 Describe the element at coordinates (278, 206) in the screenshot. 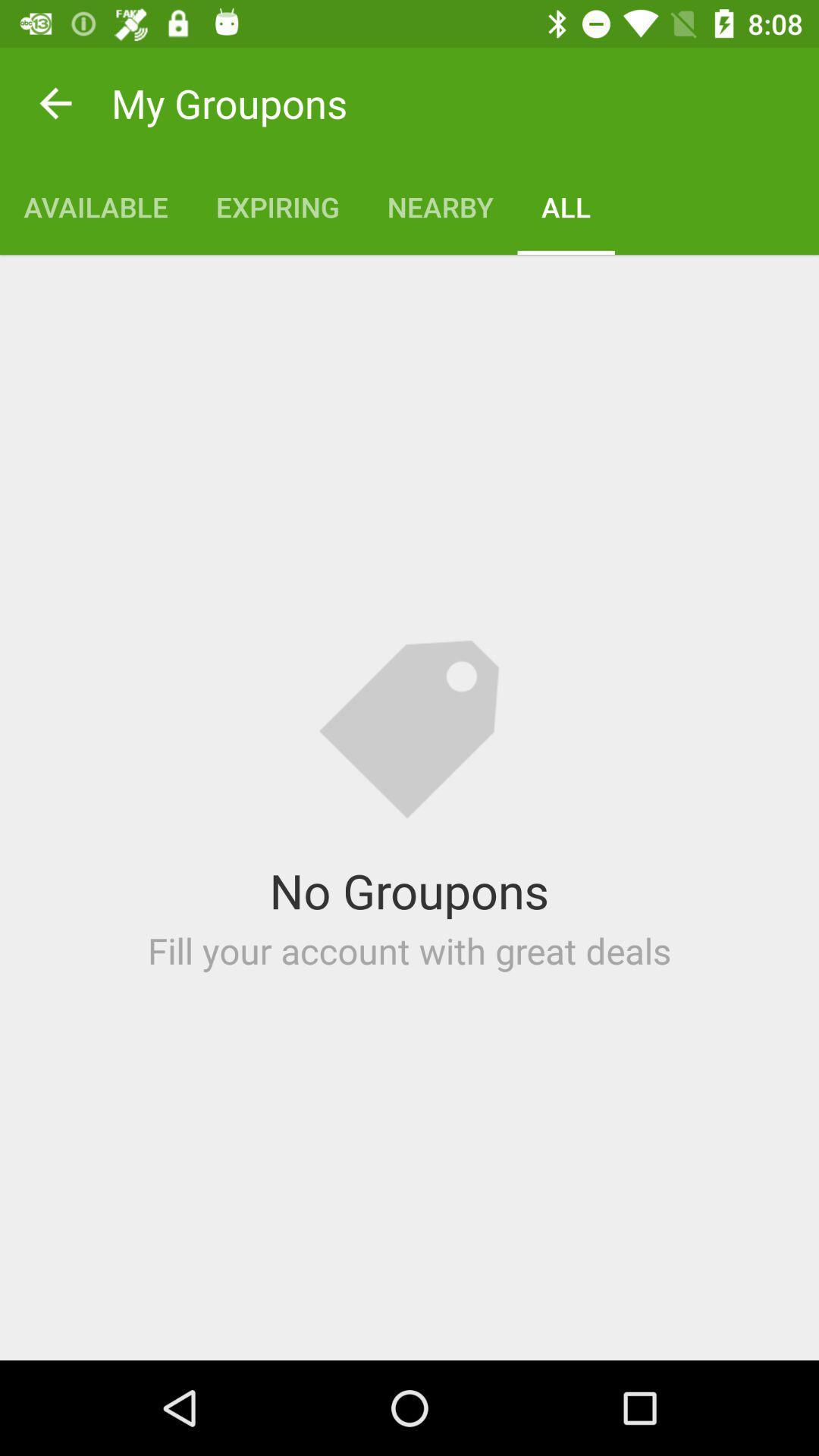

I see `the item to the left of nearby app` at that location.